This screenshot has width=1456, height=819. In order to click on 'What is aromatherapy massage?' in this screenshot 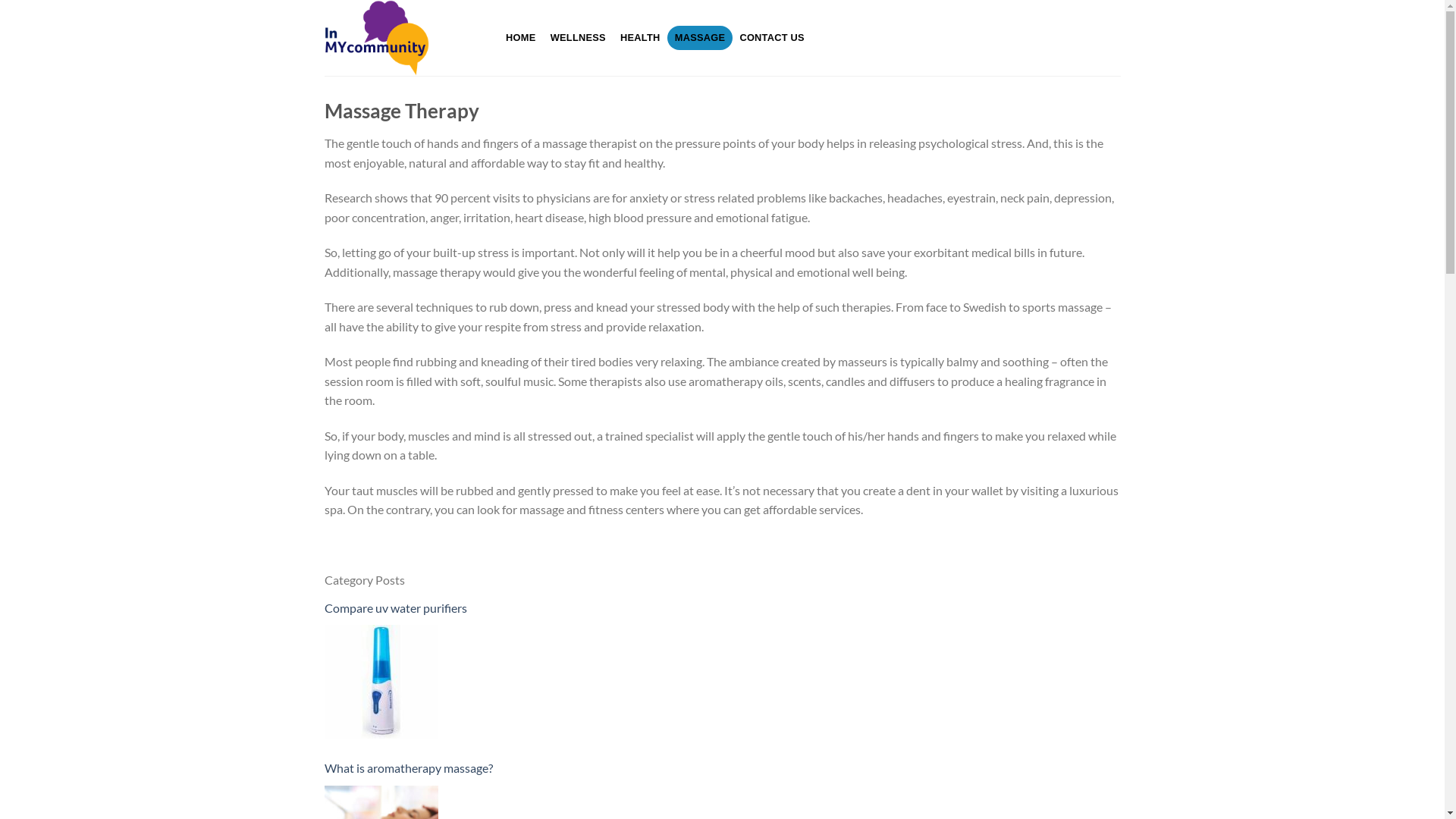, I will do `click(722, 768)`.